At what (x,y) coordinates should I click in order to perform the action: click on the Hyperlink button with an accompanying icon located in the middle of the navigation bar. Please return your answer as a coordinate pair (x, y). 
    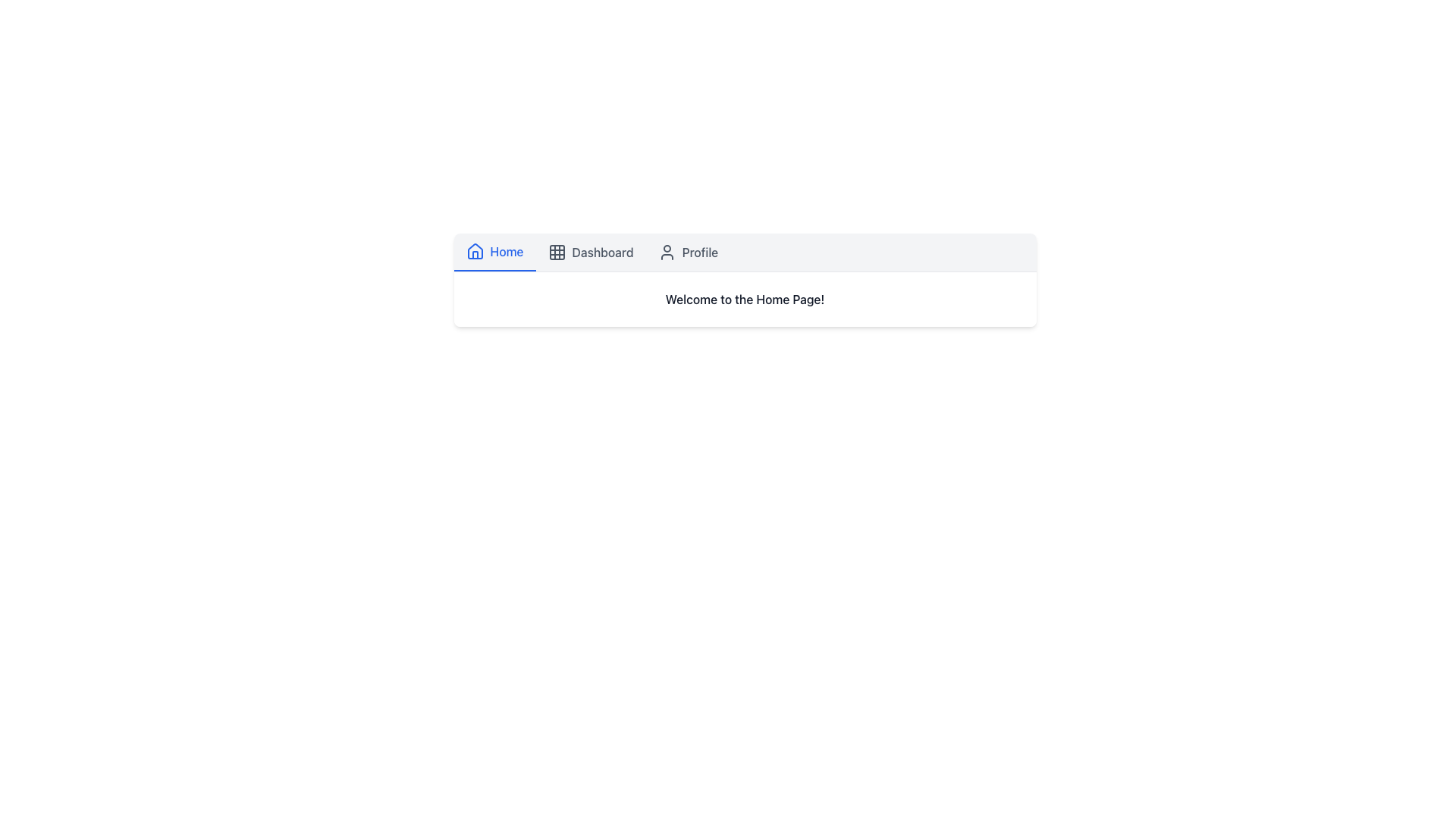
    Looking at the image, I should click on (589, 251).